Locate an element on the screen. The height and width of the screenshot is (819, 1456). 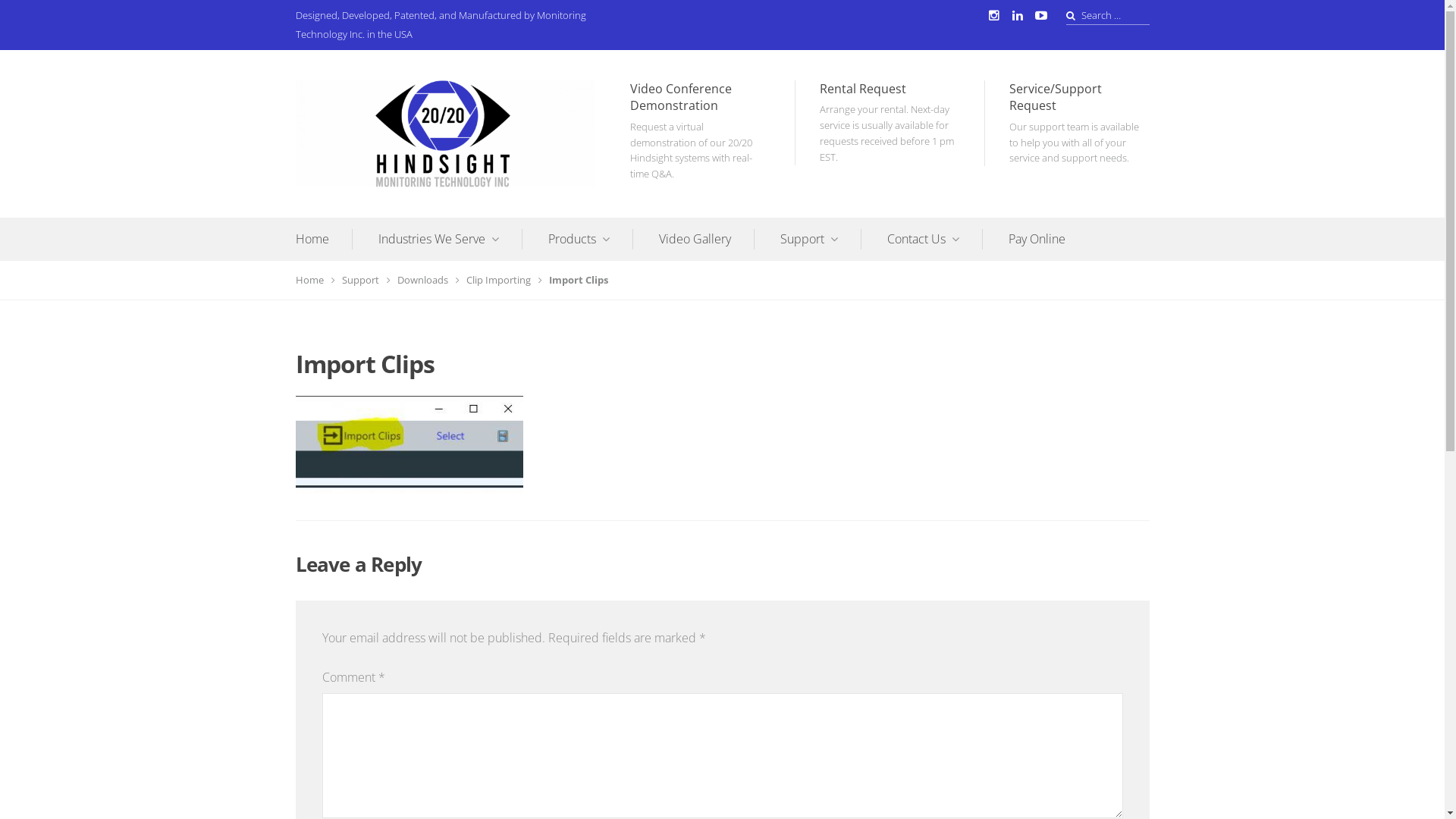
'Home' is located at coordinates (323, 239).